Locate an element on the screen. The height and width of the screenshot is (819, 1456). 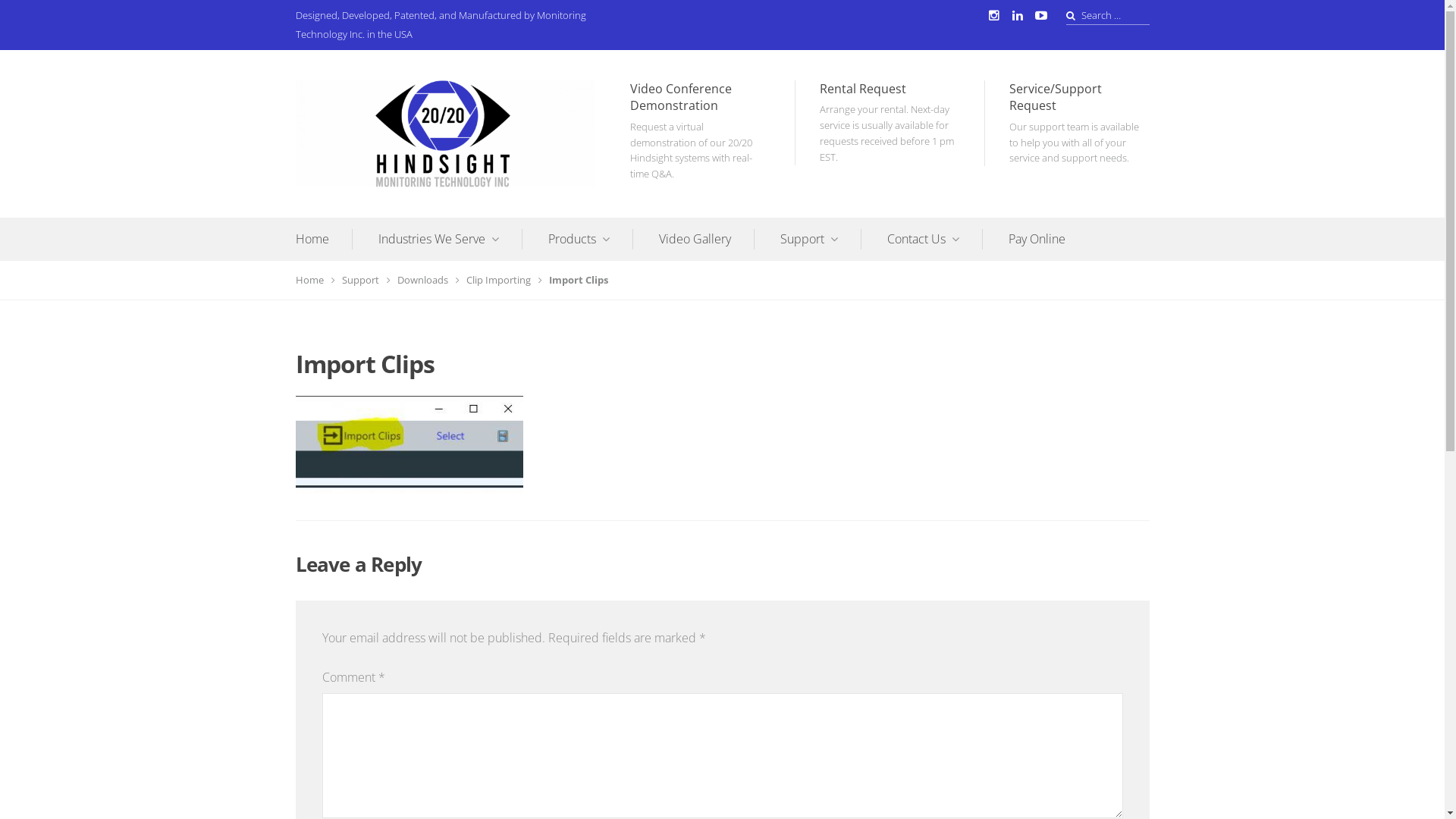
'Home' is located at coordinates (323, 239).